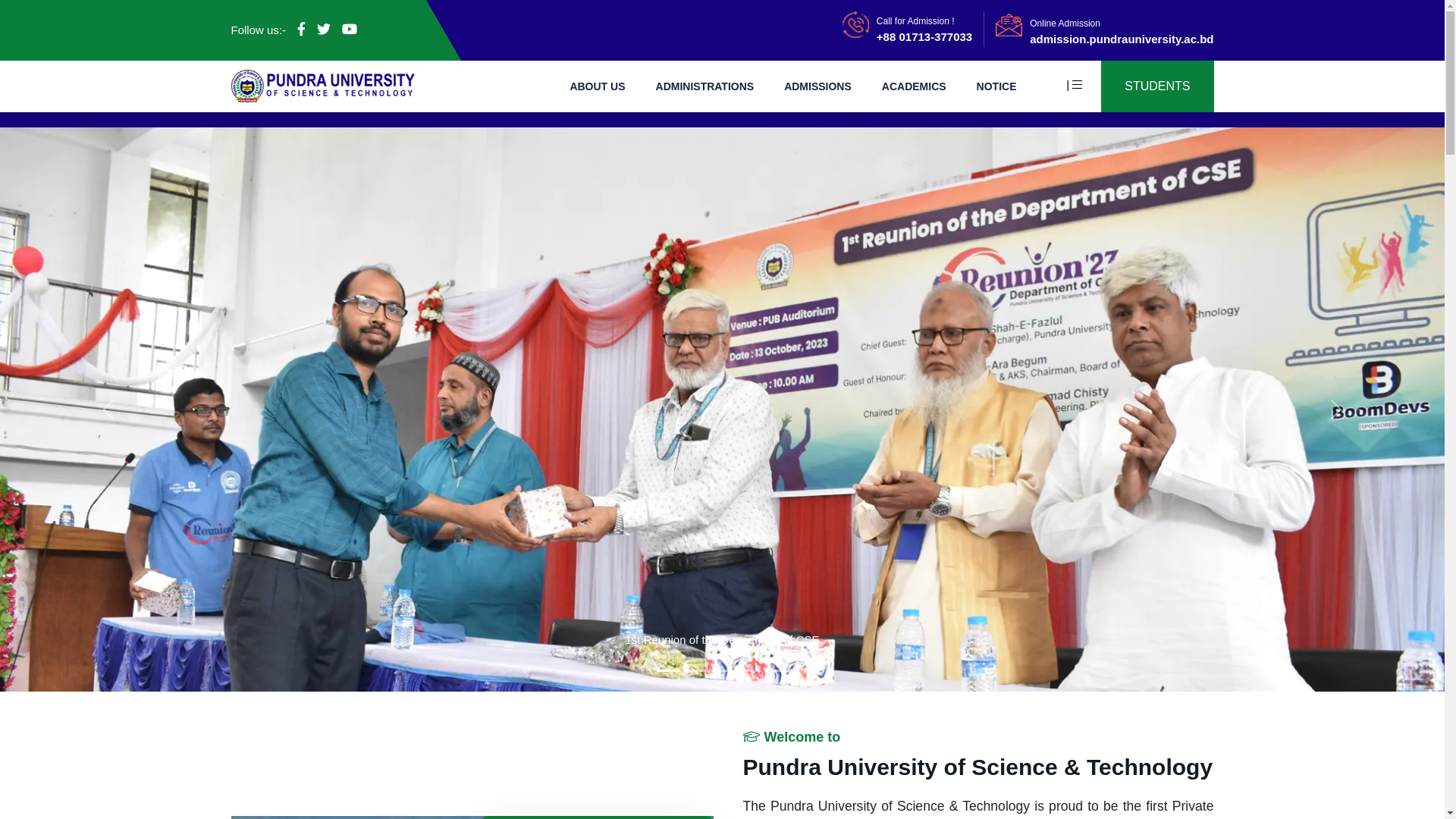 The image size is (1456, 819). What do you see at coordinates (913, 85) in the screenshot?
I see `'ACADEMICS'` at bounding box center [913, 85].